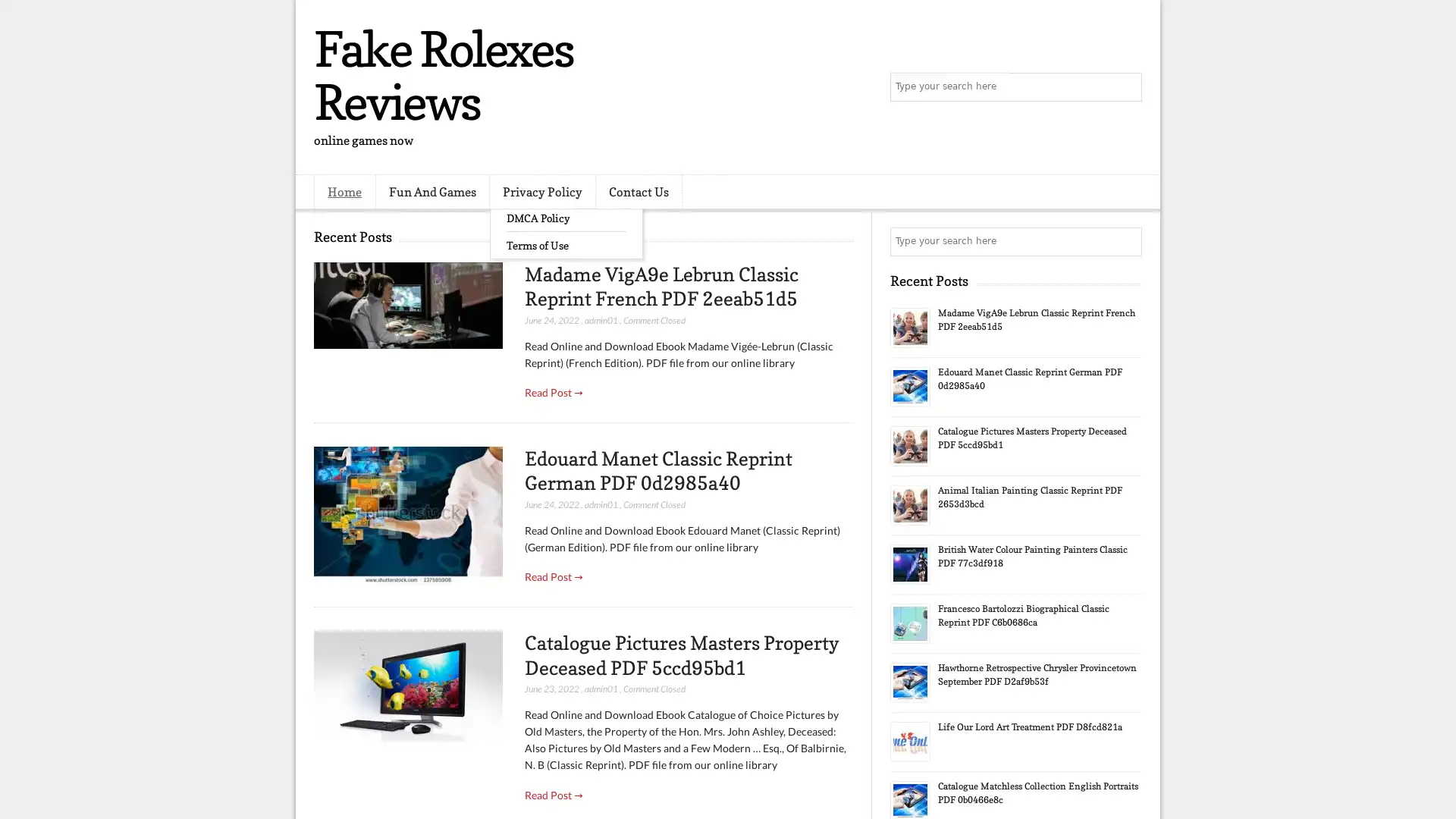  I want to click on Search, so click(1126, 87).